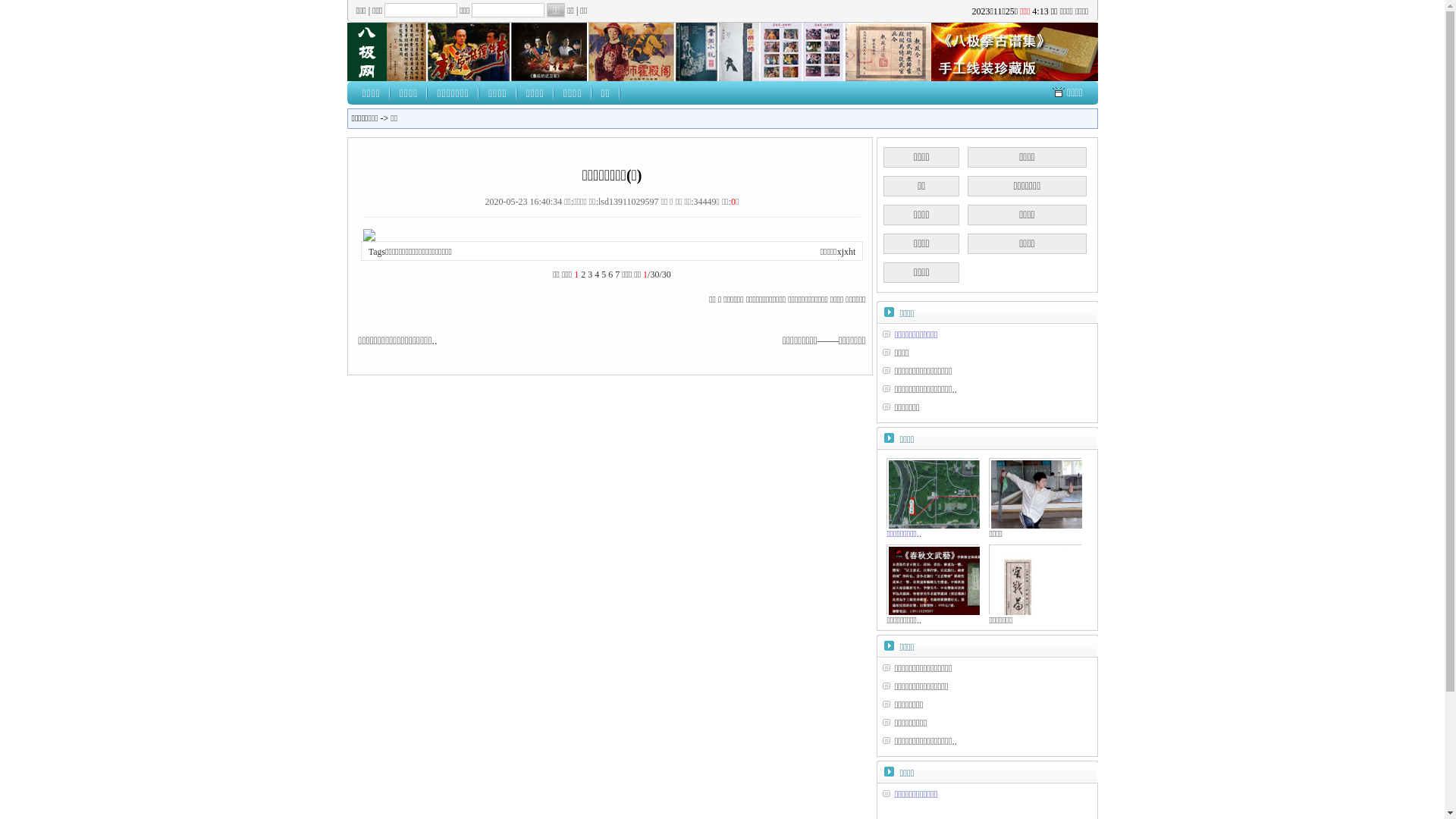 This screenshot has width=1456, height=819. Describe the element at coordinates (484, 201) in the screenshot. I see `'2020-05-23 16:40:34'` at that location.